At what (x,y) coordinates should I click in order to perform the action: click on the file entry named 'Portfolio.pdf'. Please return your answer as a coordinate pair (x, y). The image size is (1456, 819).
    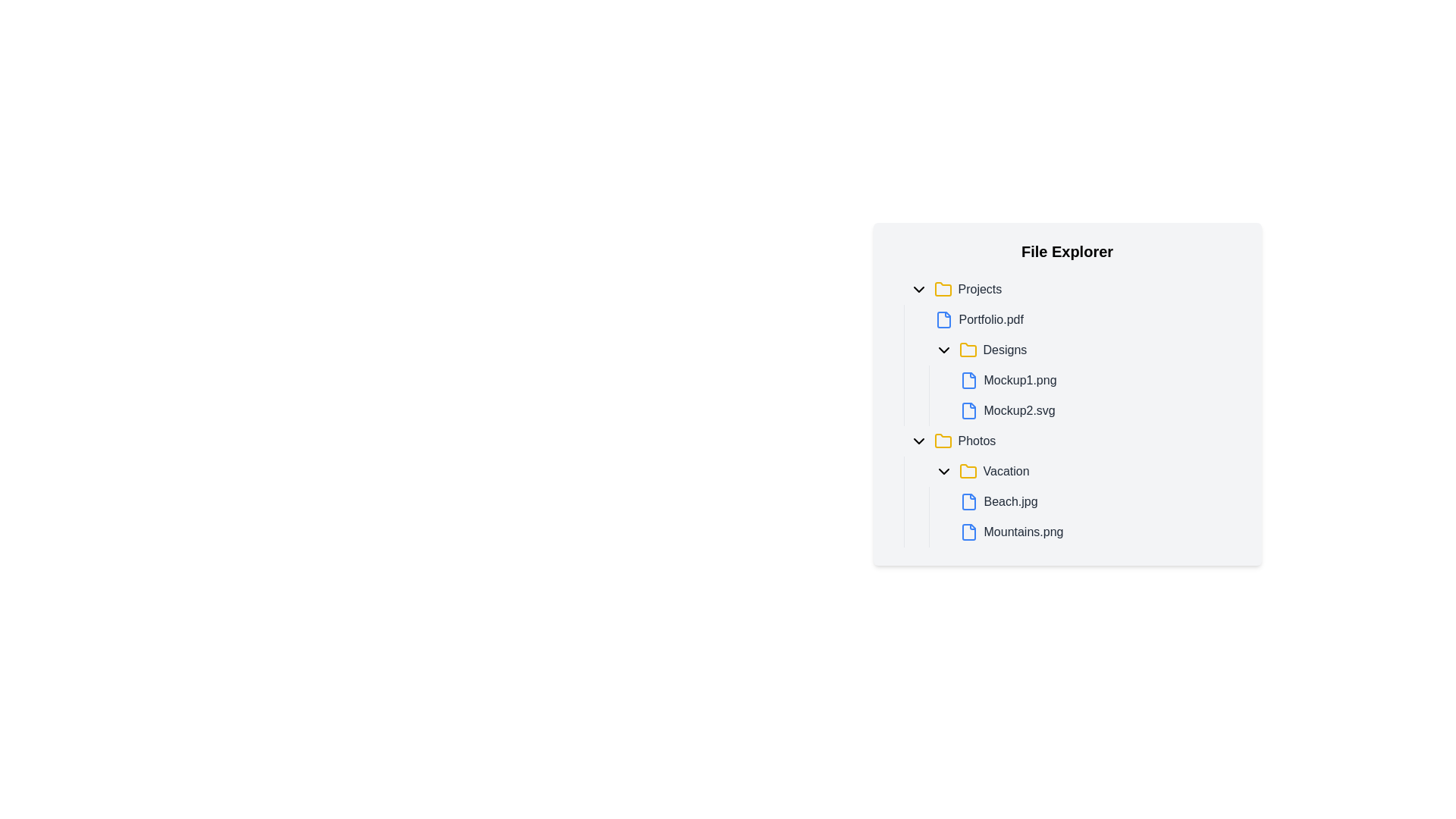
    Looking at the image, I should click on (1084, 318).